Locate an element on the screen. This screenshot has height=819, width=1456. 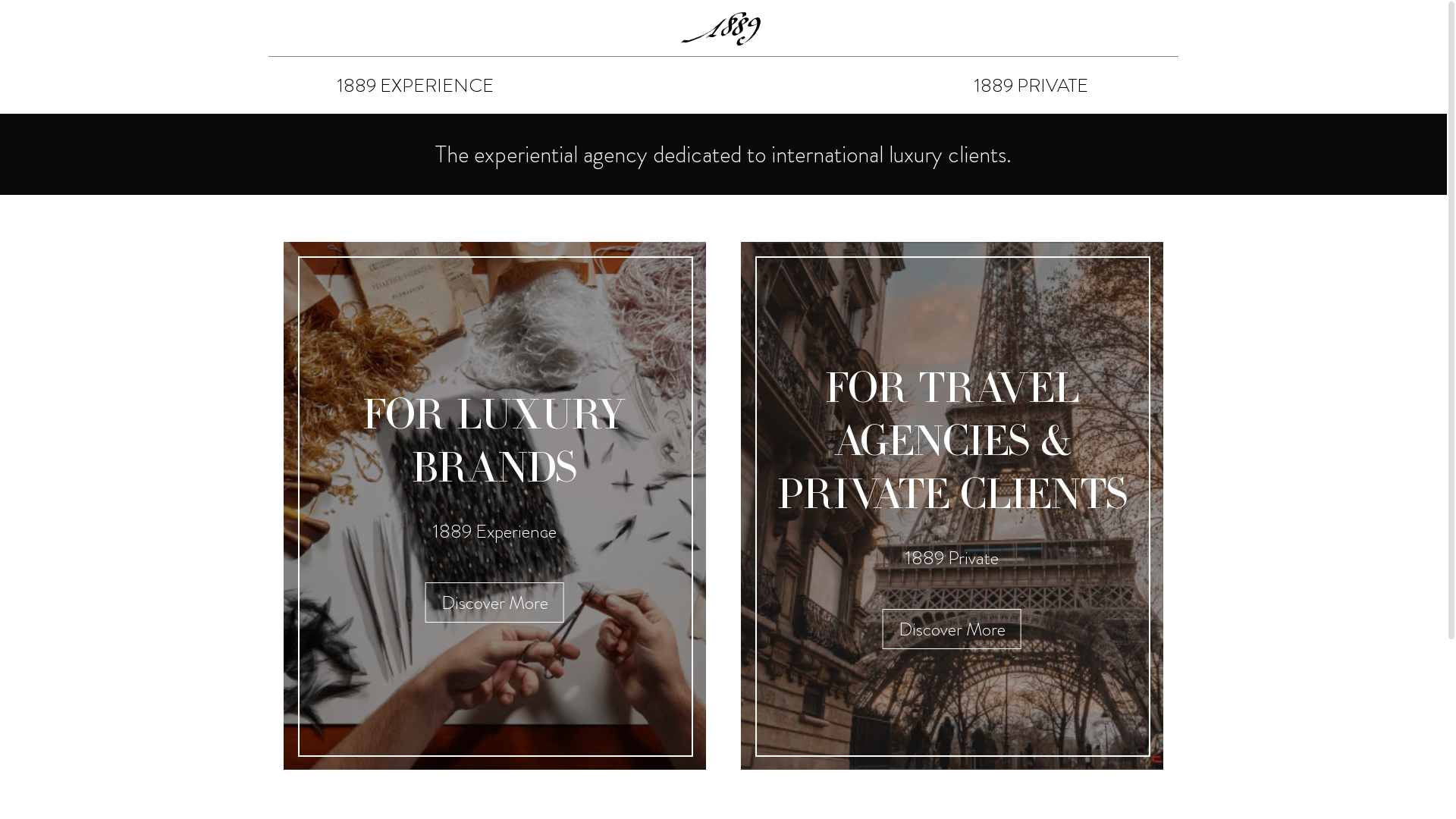
'Discover More' is located at coordinates (425, 601).